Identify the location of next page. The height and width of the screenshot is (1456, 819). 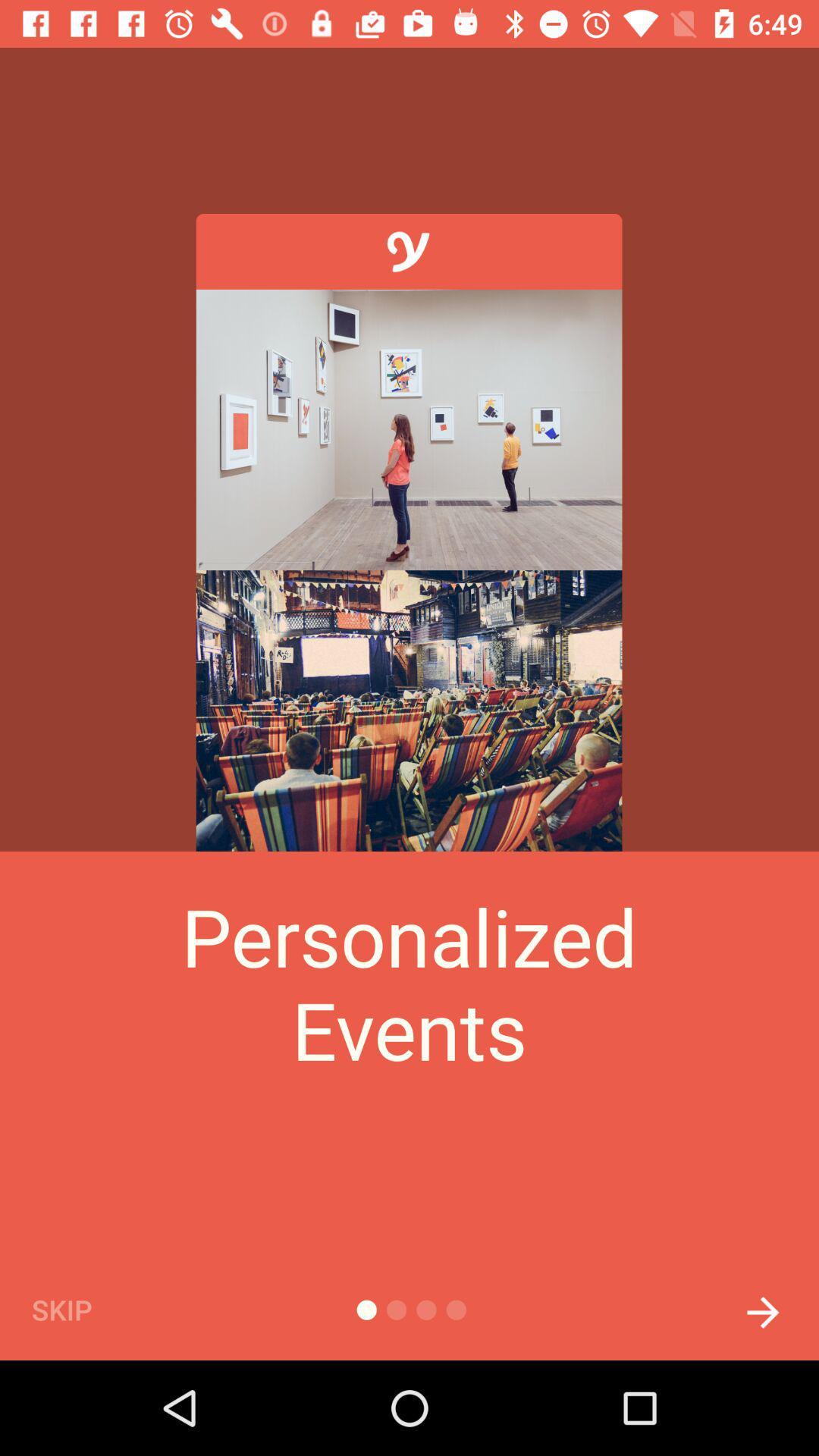
(763, 1307).